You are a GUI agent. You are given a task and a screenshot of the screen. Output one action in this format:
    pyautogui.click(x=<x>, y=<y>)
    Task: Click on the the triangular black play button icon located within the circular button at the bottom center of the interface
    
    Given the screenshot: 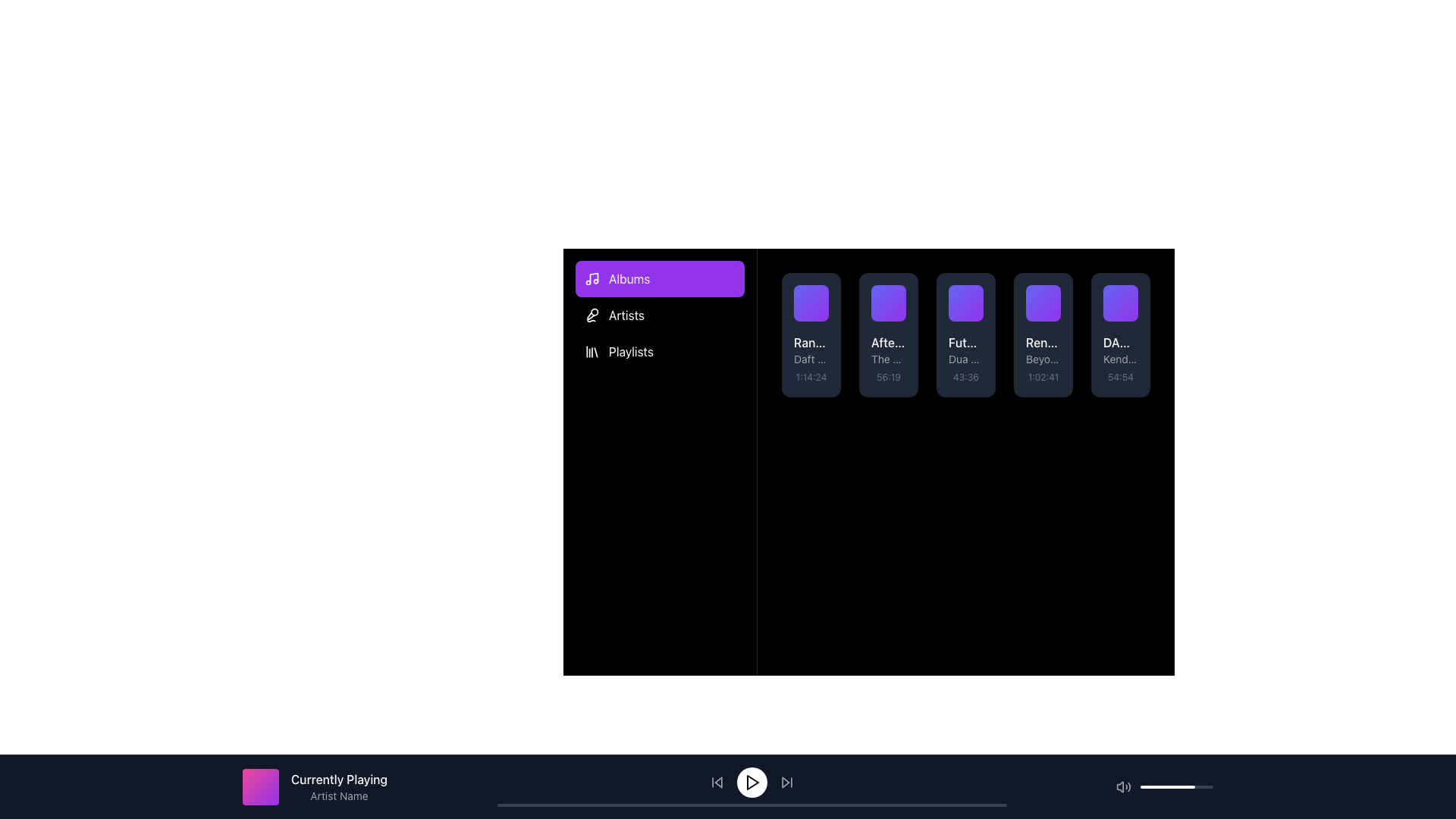 What is the action you would take?
    pyautogui.click(x=752, y=783)
    